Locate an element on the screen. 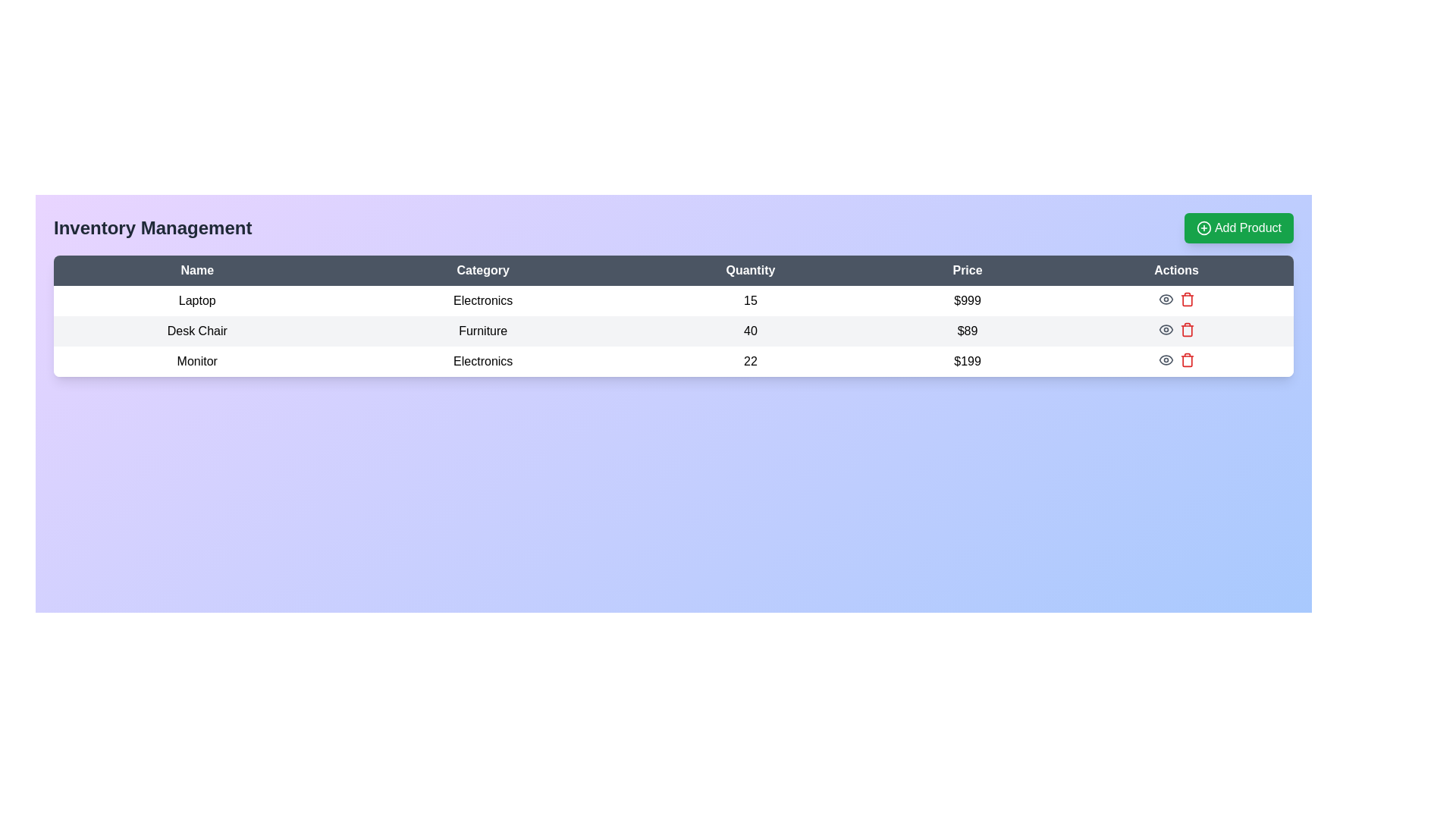  the 'Quantity' text label, which is a white text label on a dark gray background, centered in the header row of a table layout is located at coordinates (750, 270).